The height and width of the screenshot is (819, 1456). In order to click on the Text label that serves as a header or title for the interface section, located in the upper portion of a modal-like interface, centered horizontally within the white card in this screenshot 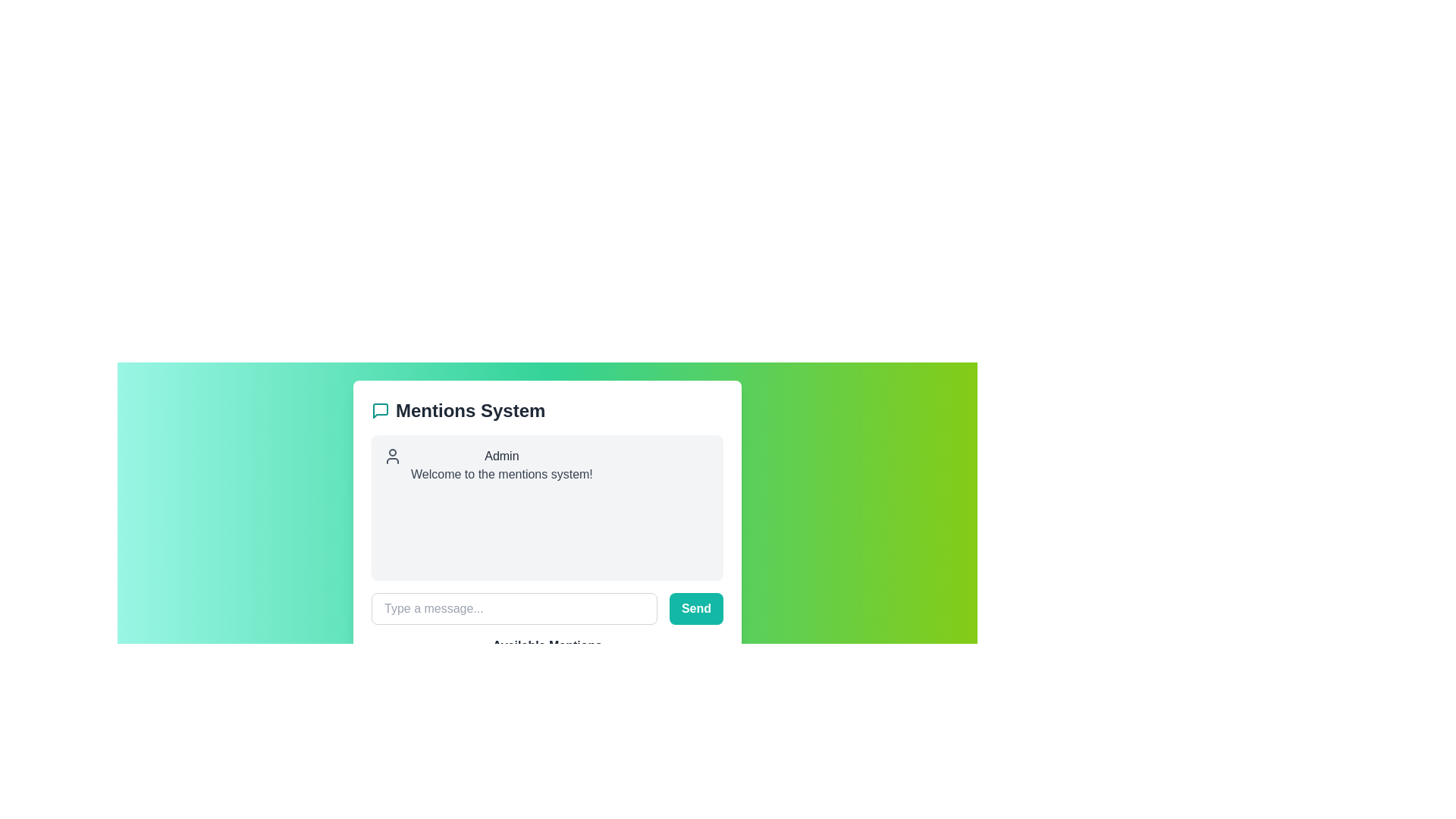, I will do `click(469, 411)`.